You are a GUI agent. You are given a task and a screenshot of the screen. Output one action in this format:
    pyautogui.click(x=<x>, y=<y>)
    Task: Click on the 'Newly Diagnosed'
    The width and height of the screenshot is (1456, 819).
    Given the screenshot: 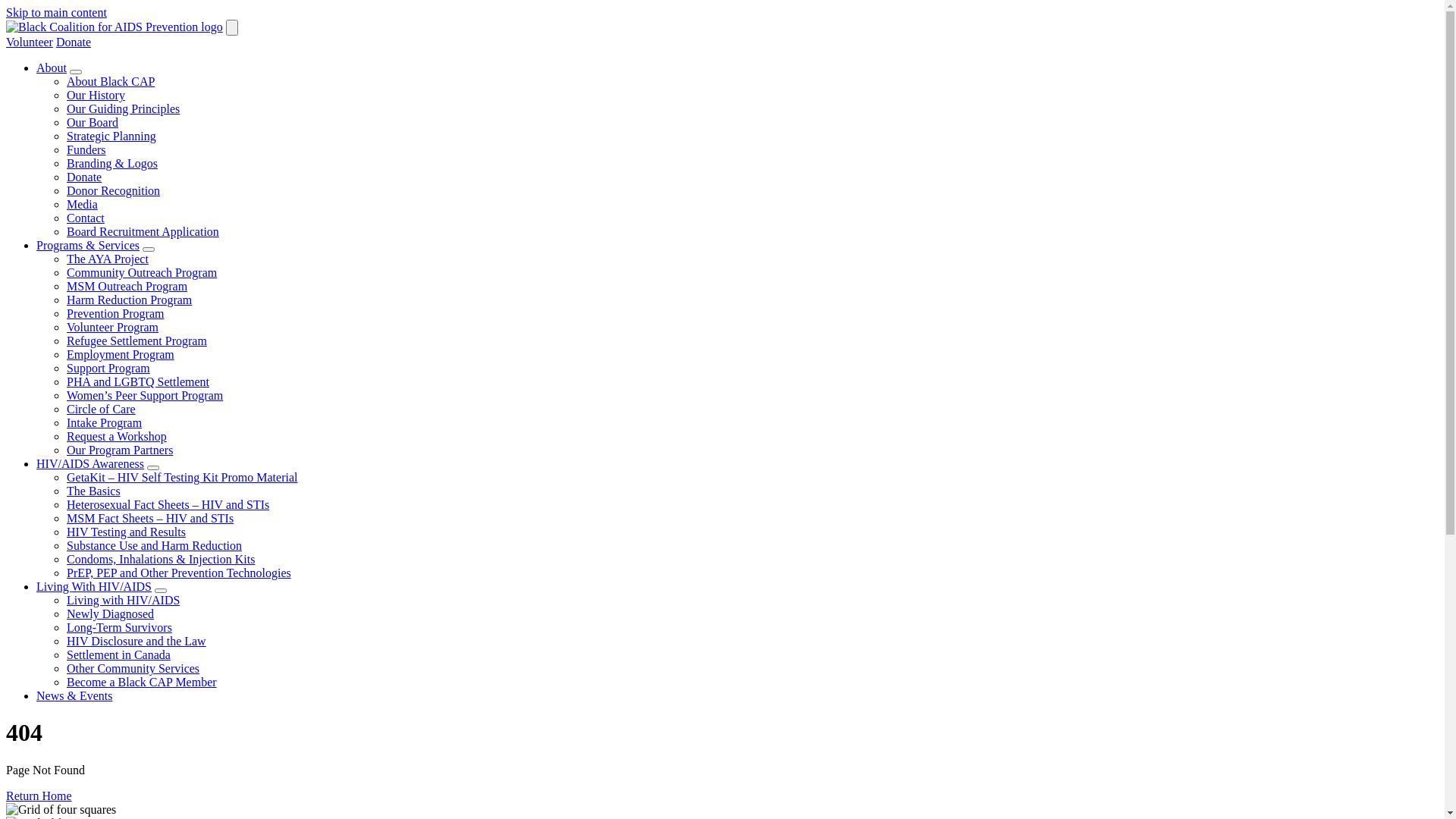 What is the action you would take?
    pyautogui.click(x=109, y=613)
    